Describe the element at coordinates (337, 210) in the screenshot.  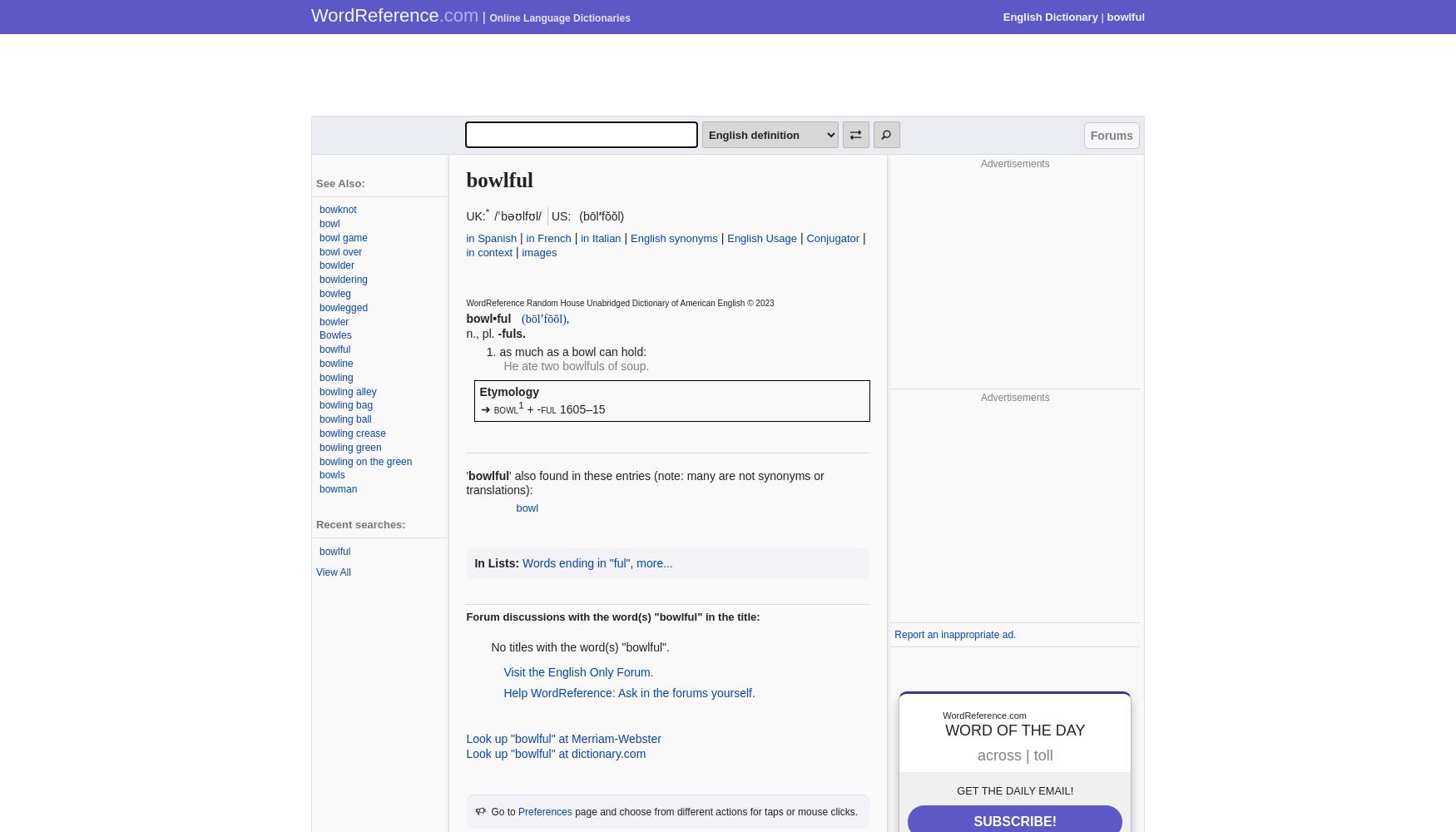
I see `'bowknot'` at that location.